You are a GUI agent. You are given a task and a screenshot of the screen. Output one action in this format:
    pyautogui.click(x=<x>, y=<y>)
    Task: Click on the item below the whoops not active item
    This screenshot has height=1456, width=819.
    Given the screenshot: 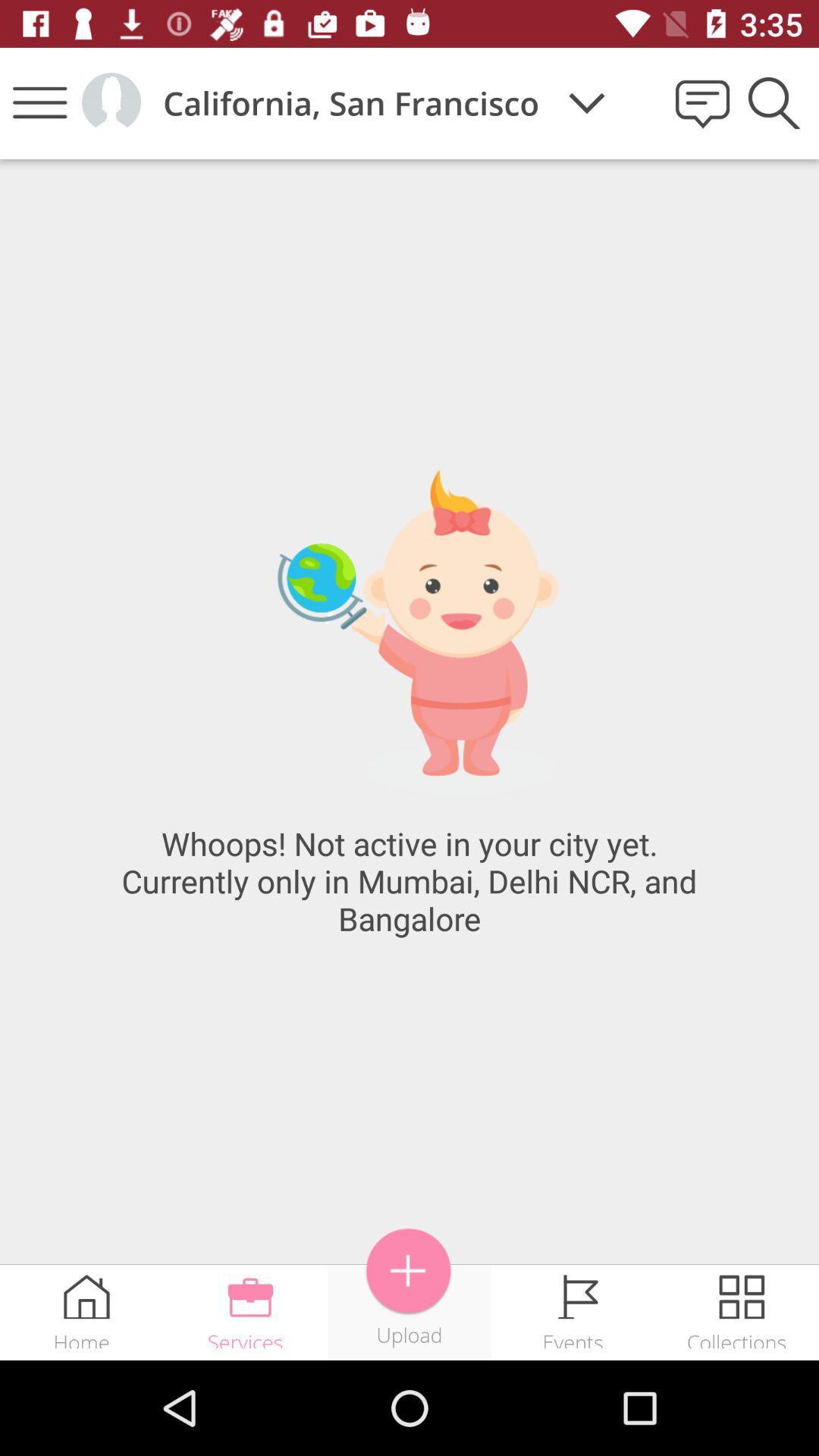 What is the action you would take?
    pyautogui.click(x=408, y=1271)
    